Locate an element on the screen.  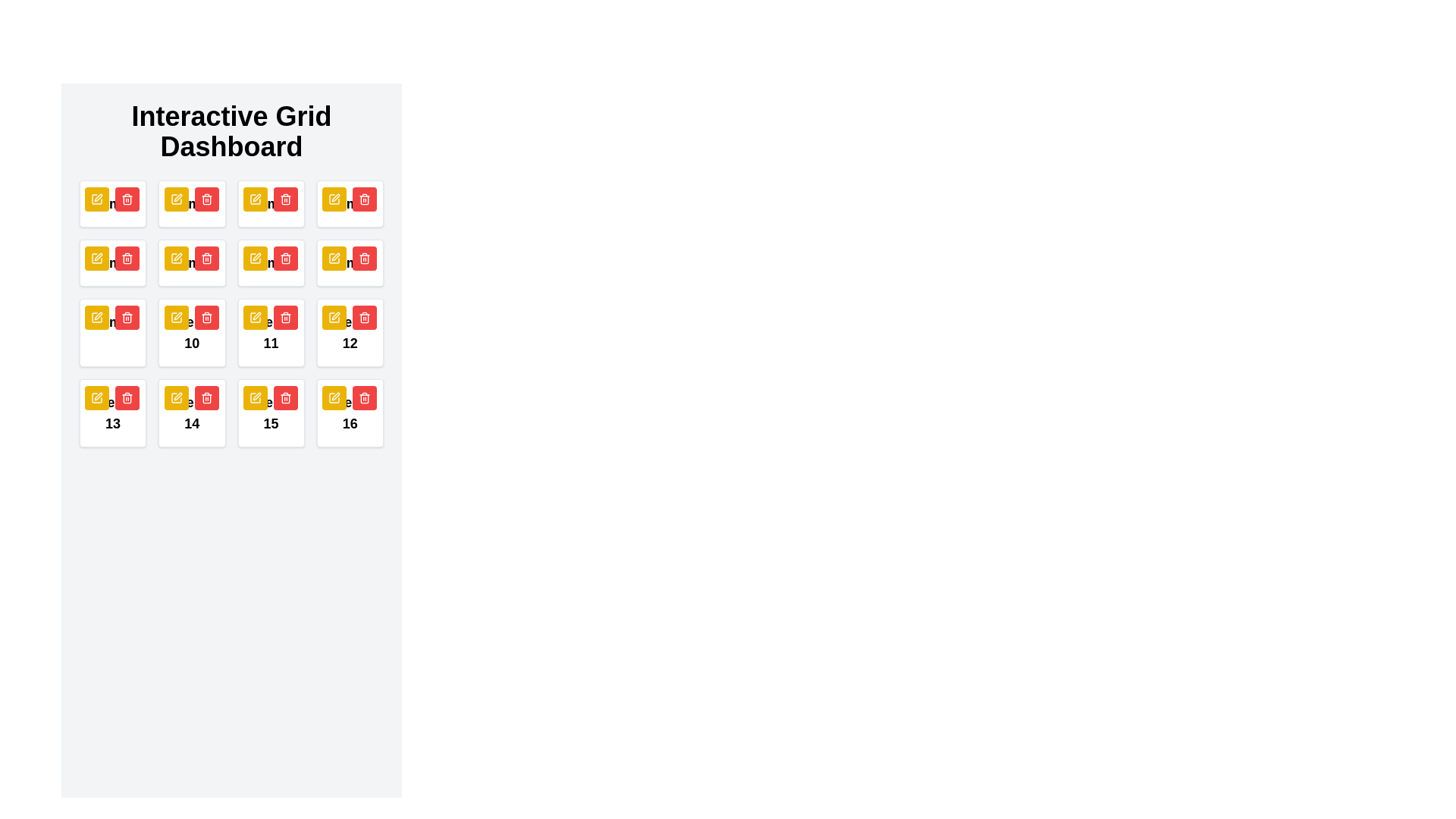
the edit button located in the bottom row of the UI grid, positioned as the first element of card 13 is located at coordinates (96, 397).